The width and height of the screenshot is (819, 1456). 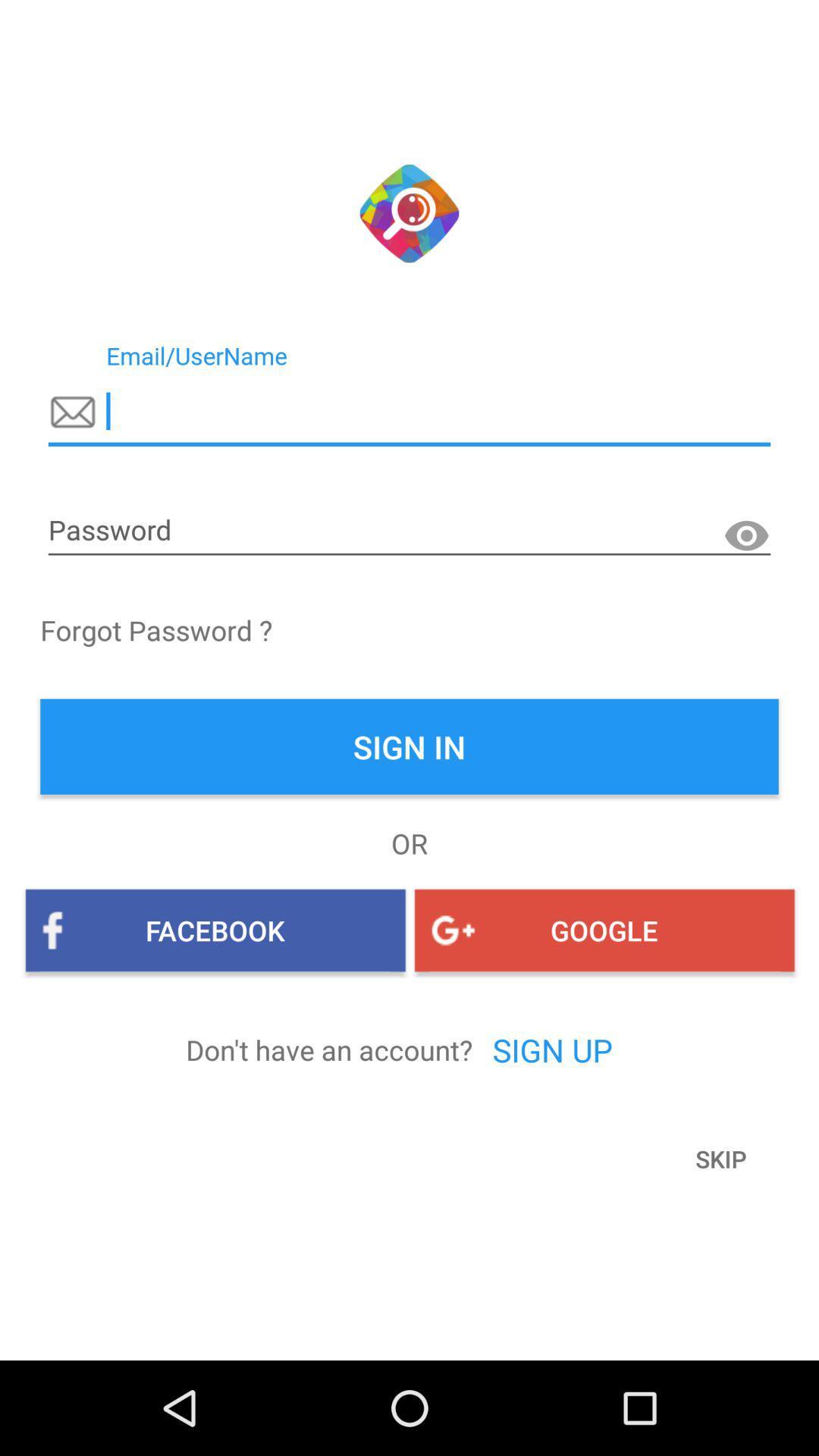 I want to click on password option, so click(x=409, y=531).